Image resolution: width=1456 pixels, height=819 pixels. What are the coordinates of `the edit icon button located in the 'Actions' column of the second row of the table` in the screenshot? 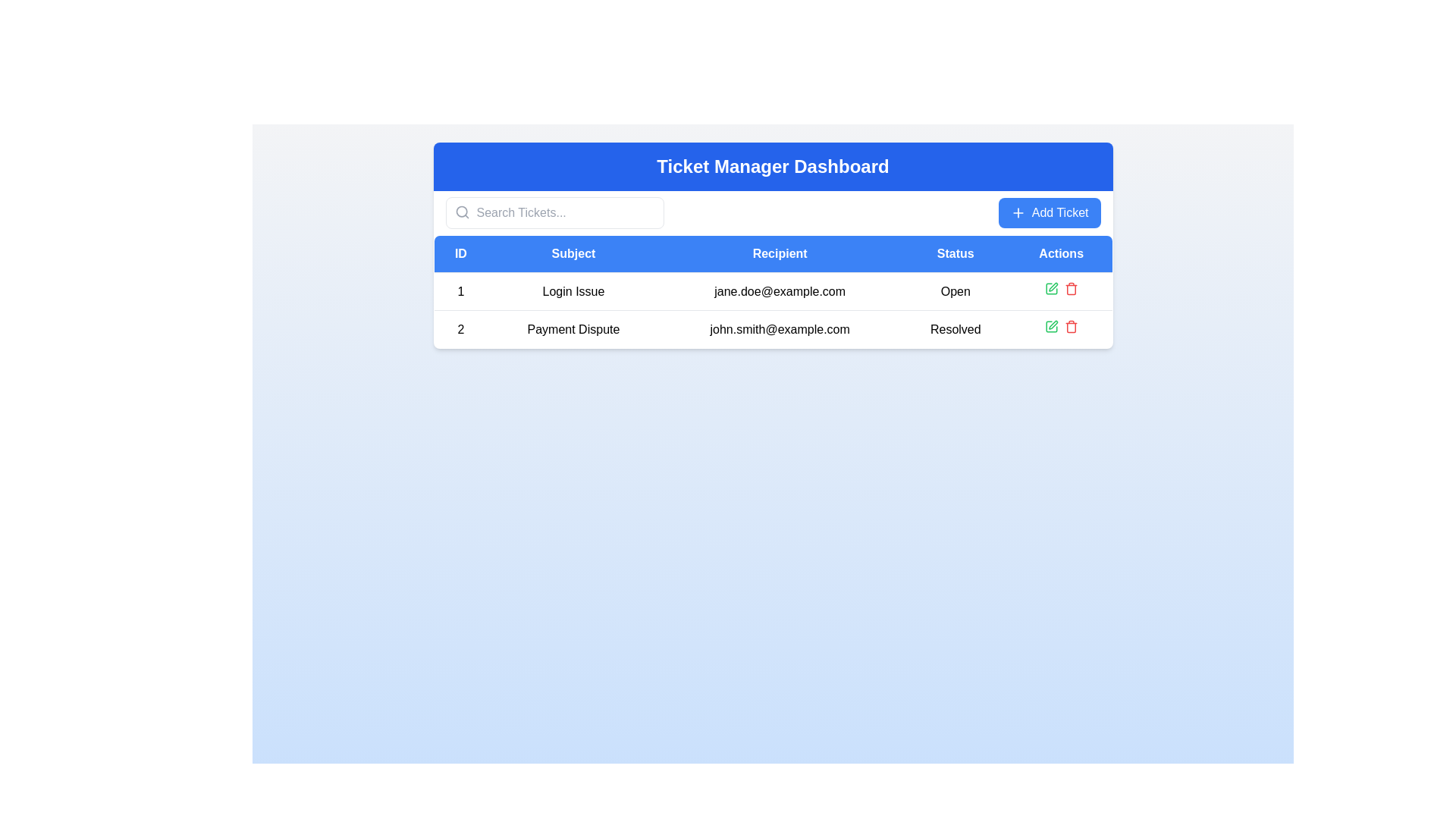 It's located at (1050, 326).